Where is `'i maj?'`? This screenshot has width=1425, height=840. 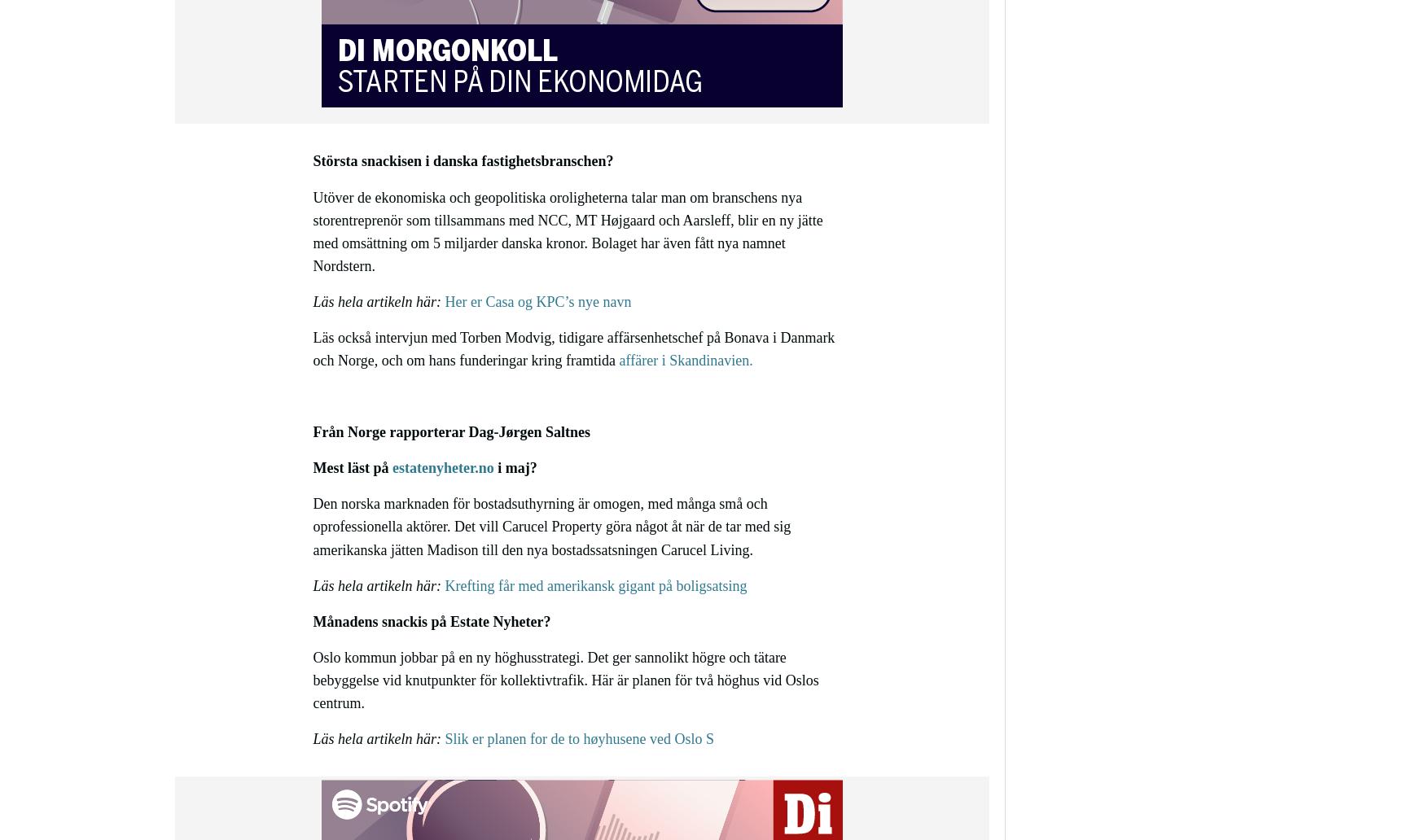 'i maj?' is located at coordinates (493, 468).